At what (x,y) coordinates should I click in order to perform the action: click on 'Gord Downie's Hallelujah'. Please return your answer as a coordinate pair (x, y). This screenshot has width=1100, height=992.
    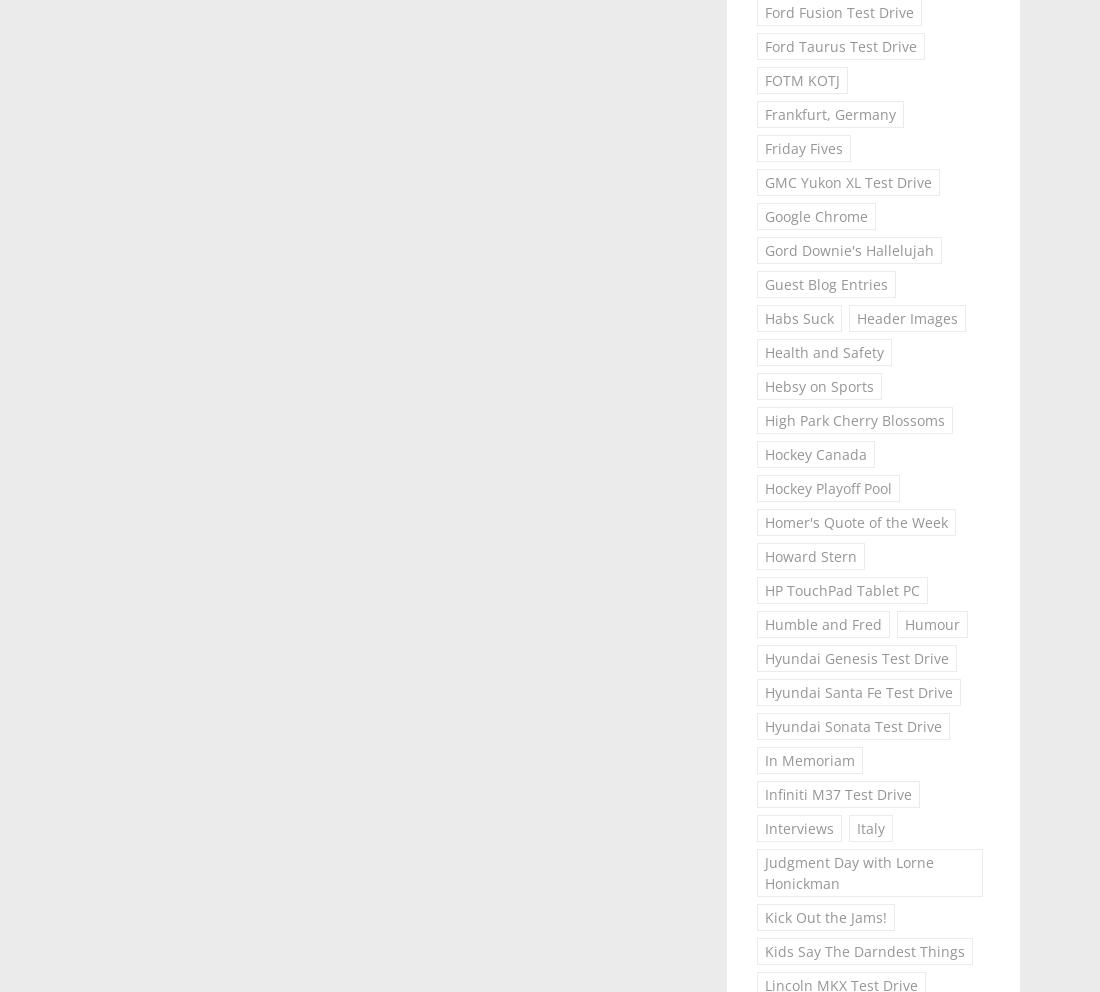
    Looking at the image, I should click on (763, 249).